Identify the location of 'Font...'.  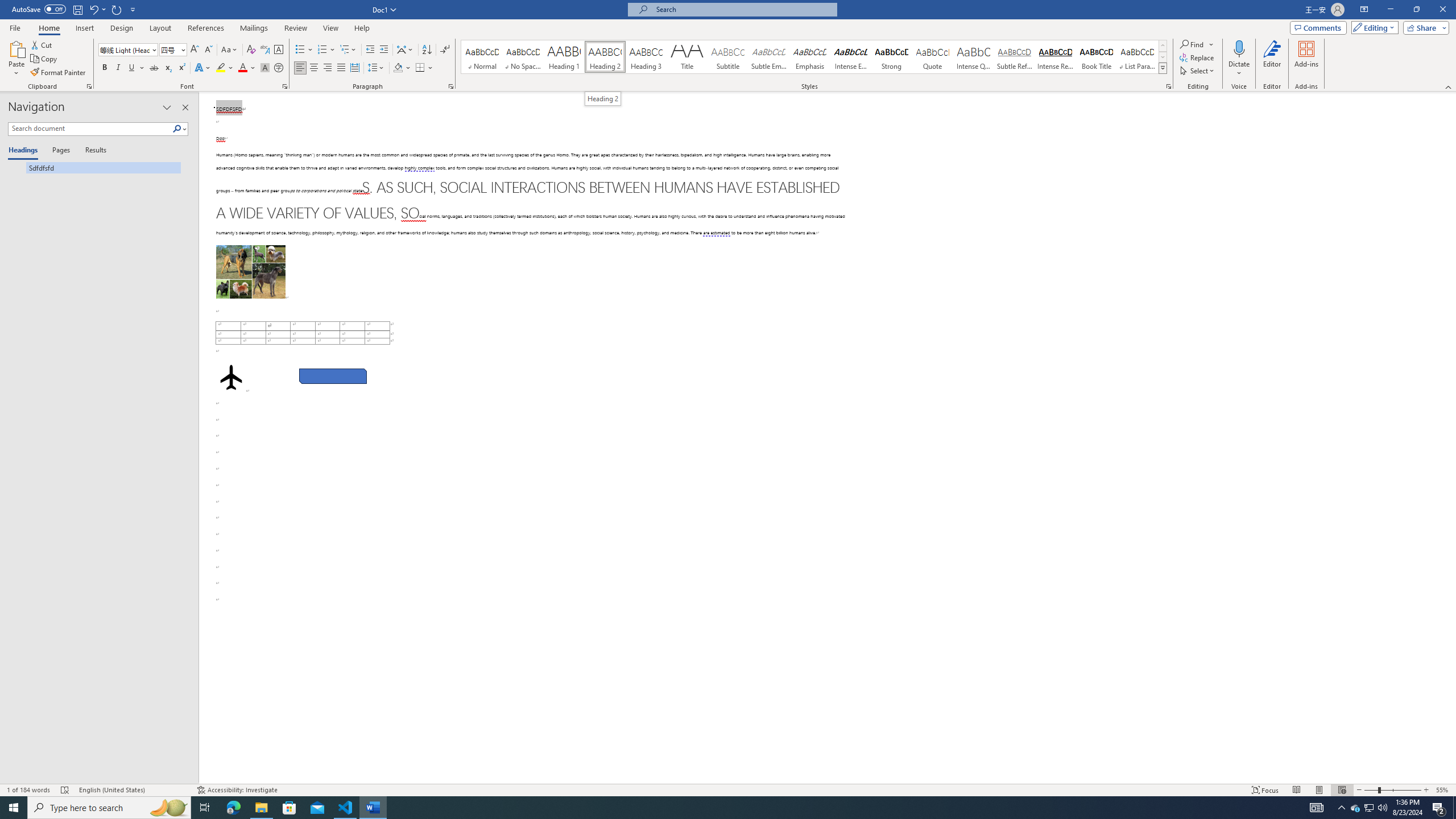
(285, 85).